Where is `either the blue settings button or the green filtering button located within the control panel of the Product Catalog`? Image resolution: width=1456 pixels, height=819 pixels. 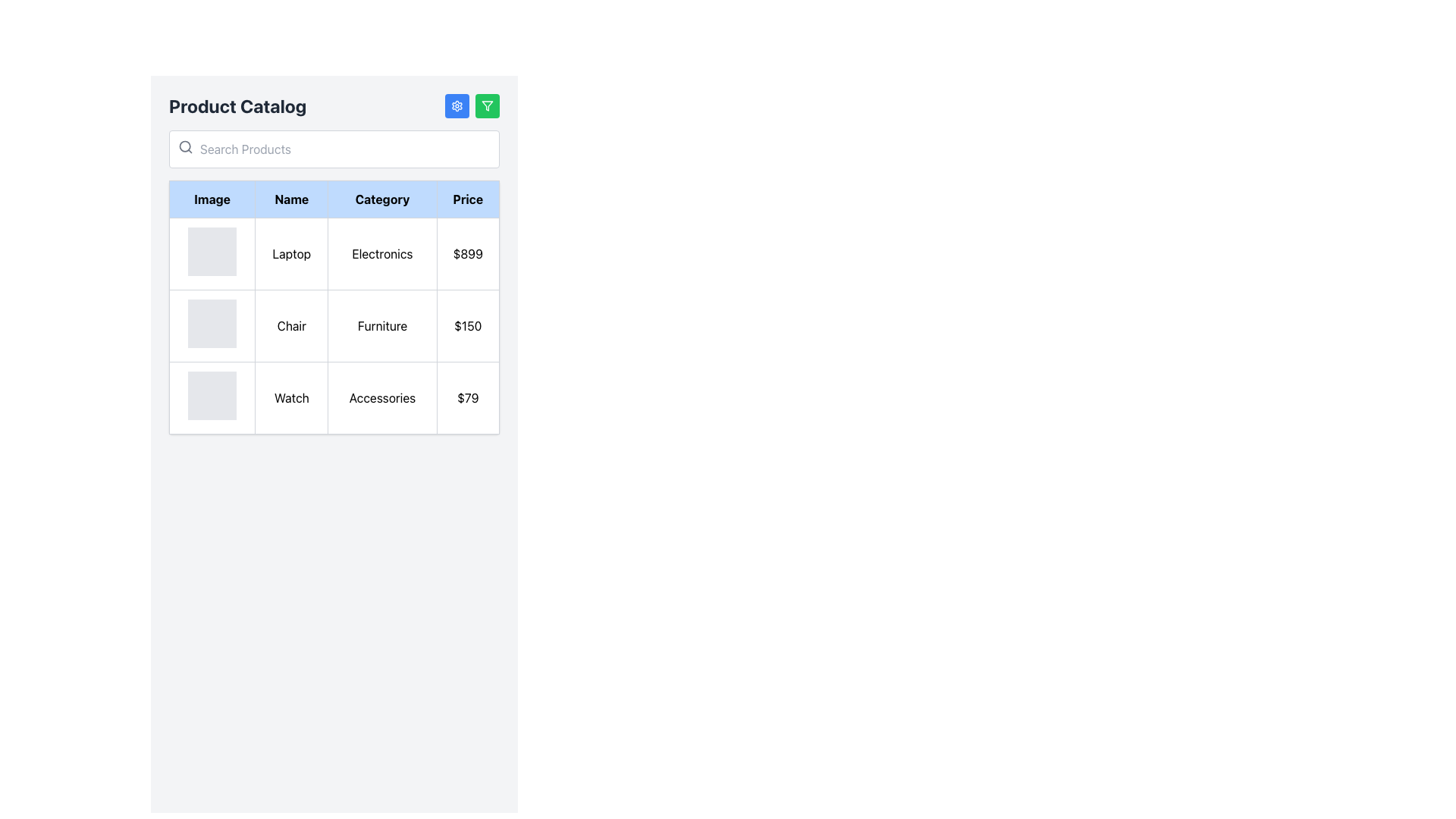
either the blue settings button or the green filtering button located within the control panel of the Product Catalog is located at coordinates (472, 105).